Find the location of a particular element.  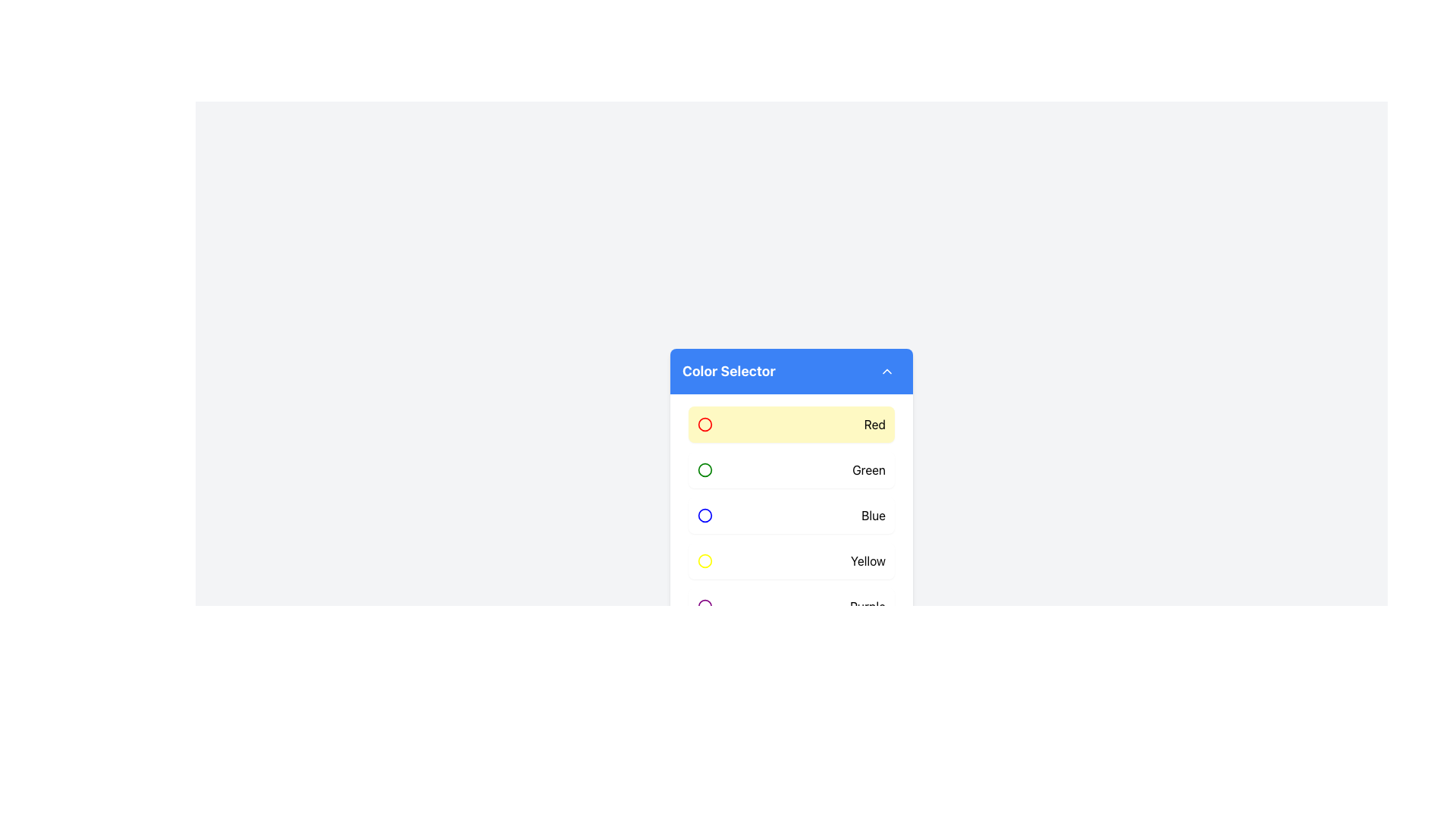

the selectable option labeled 'Blue' in the 'Color Selector' list is located at coordinates (790, 533).